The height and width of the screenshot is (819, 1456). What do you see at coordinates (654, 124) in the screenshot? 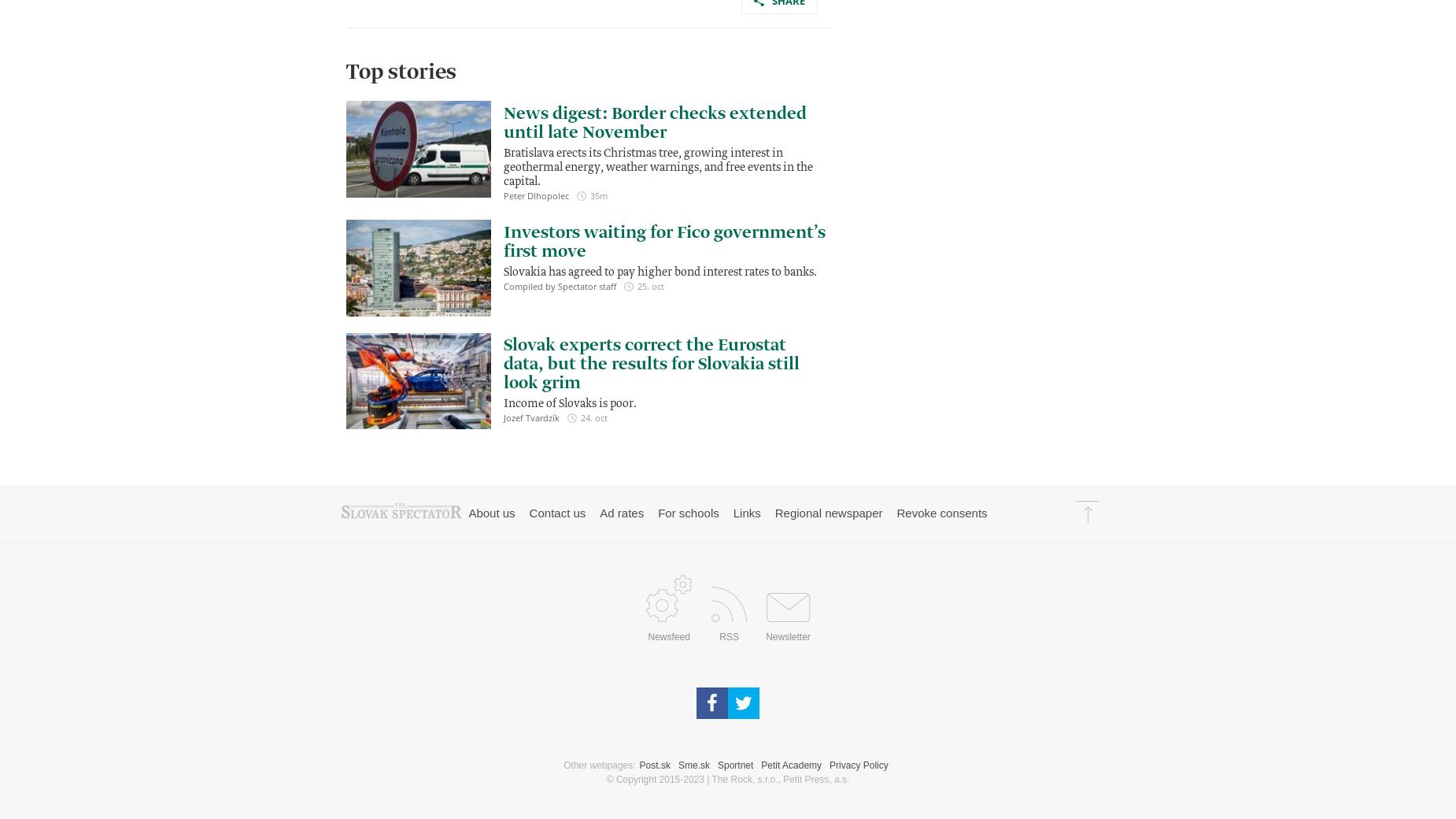
I see `'News digest: Border checks extended until late November'` at bounding box center [654, 124].